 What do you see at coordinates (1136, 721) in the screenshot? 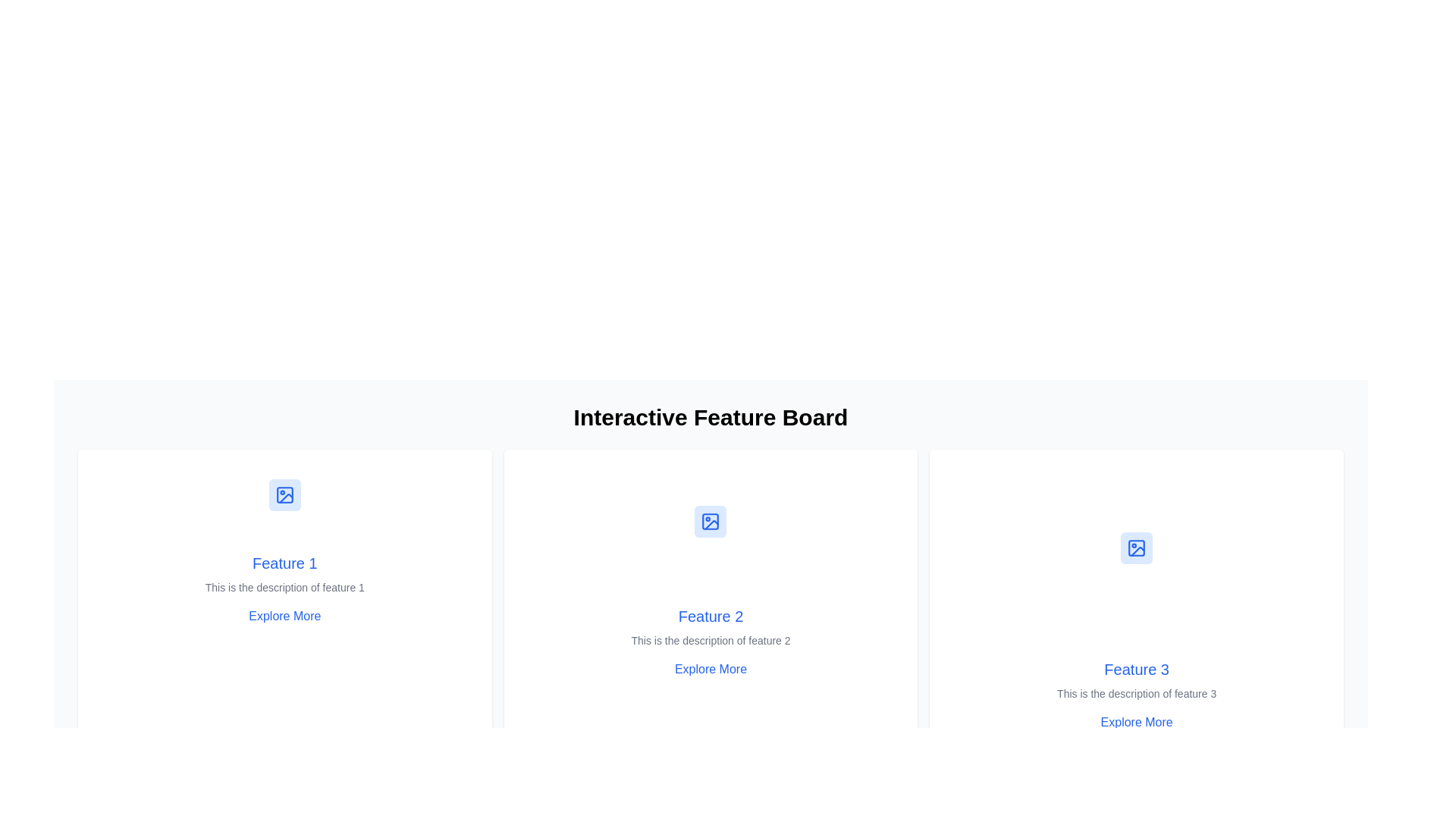
I see `the 'Explore More' link styled in blue text located below the description of feature 3` at bounding box center [1136, 721].